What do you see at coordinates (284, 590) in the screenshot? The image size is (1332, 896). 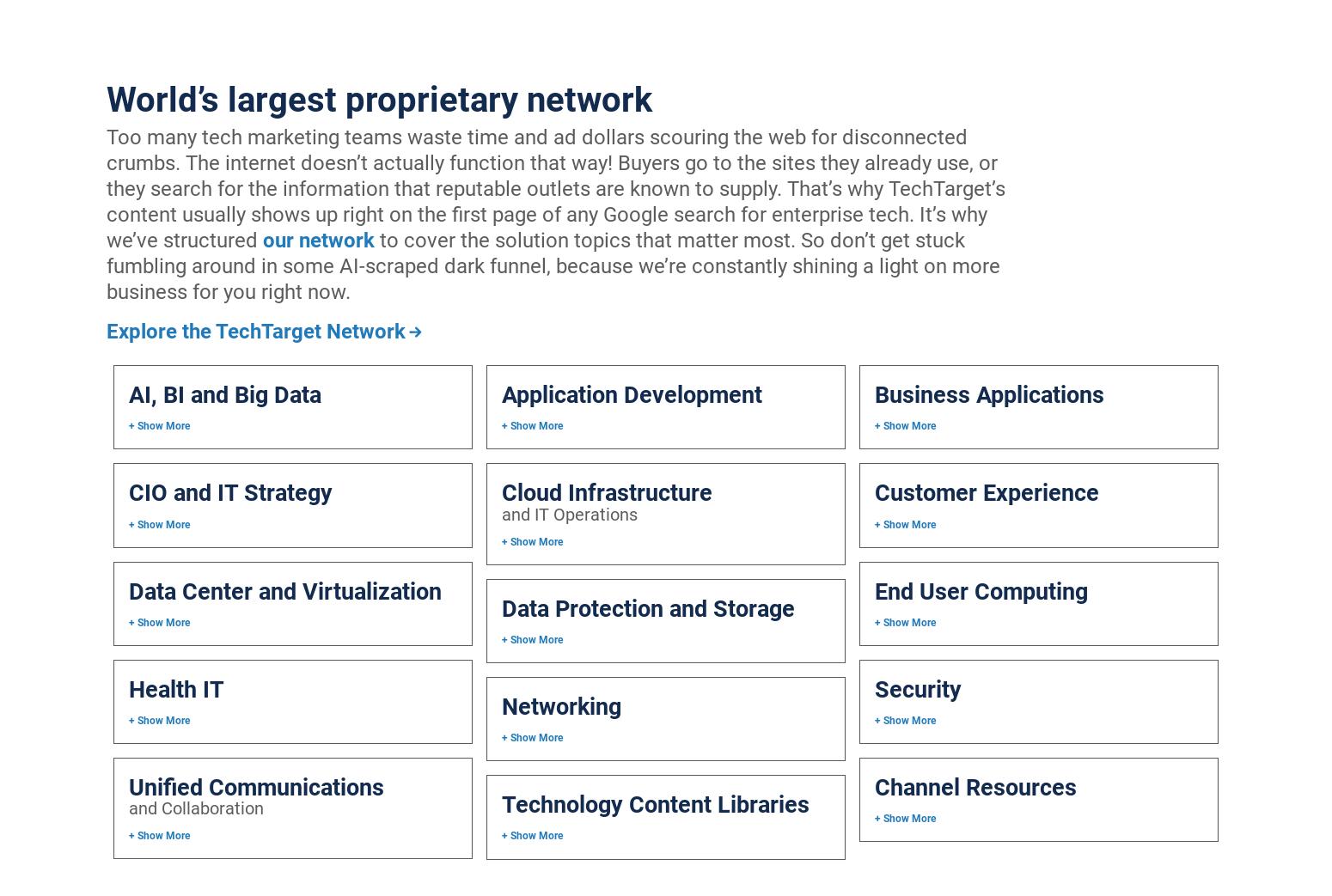 I see `'Data Center and Virtualization'` at bounding box center [284, 590].